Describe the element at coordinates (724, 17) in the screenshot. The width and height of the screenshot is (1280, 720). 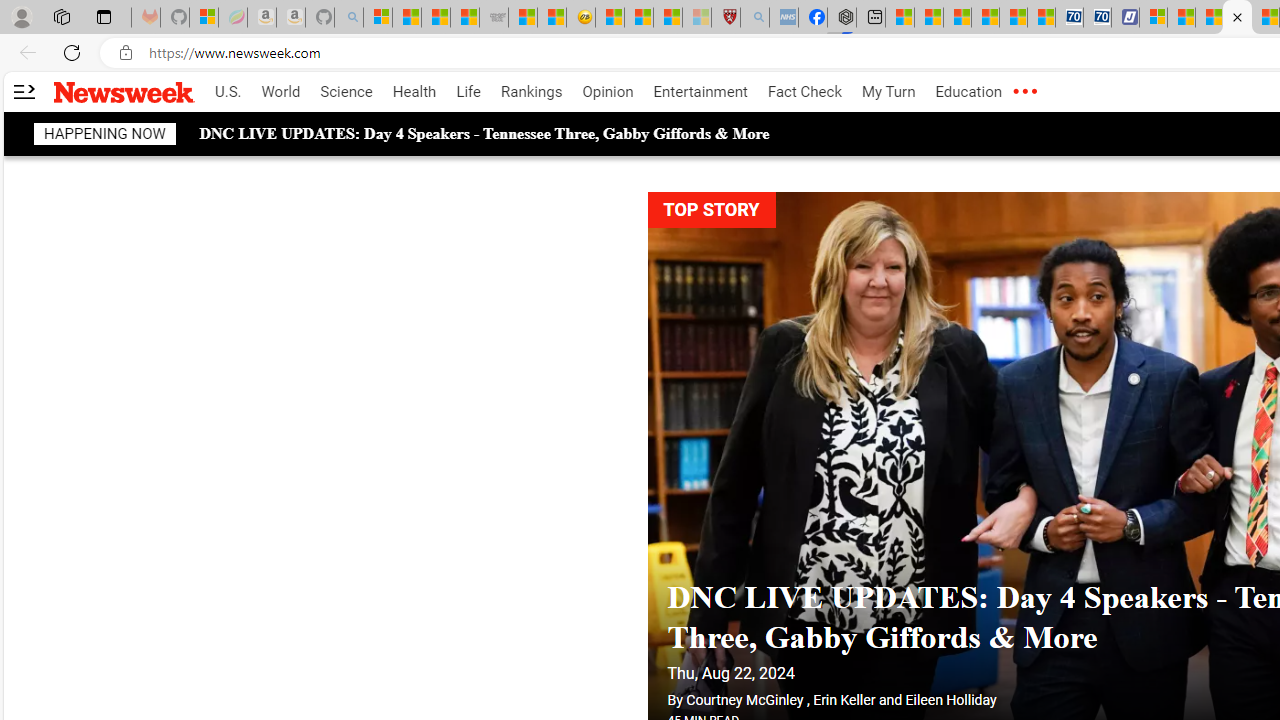
I see `'Robert H. Shmerling, MD - Harvard Health'` at that location.